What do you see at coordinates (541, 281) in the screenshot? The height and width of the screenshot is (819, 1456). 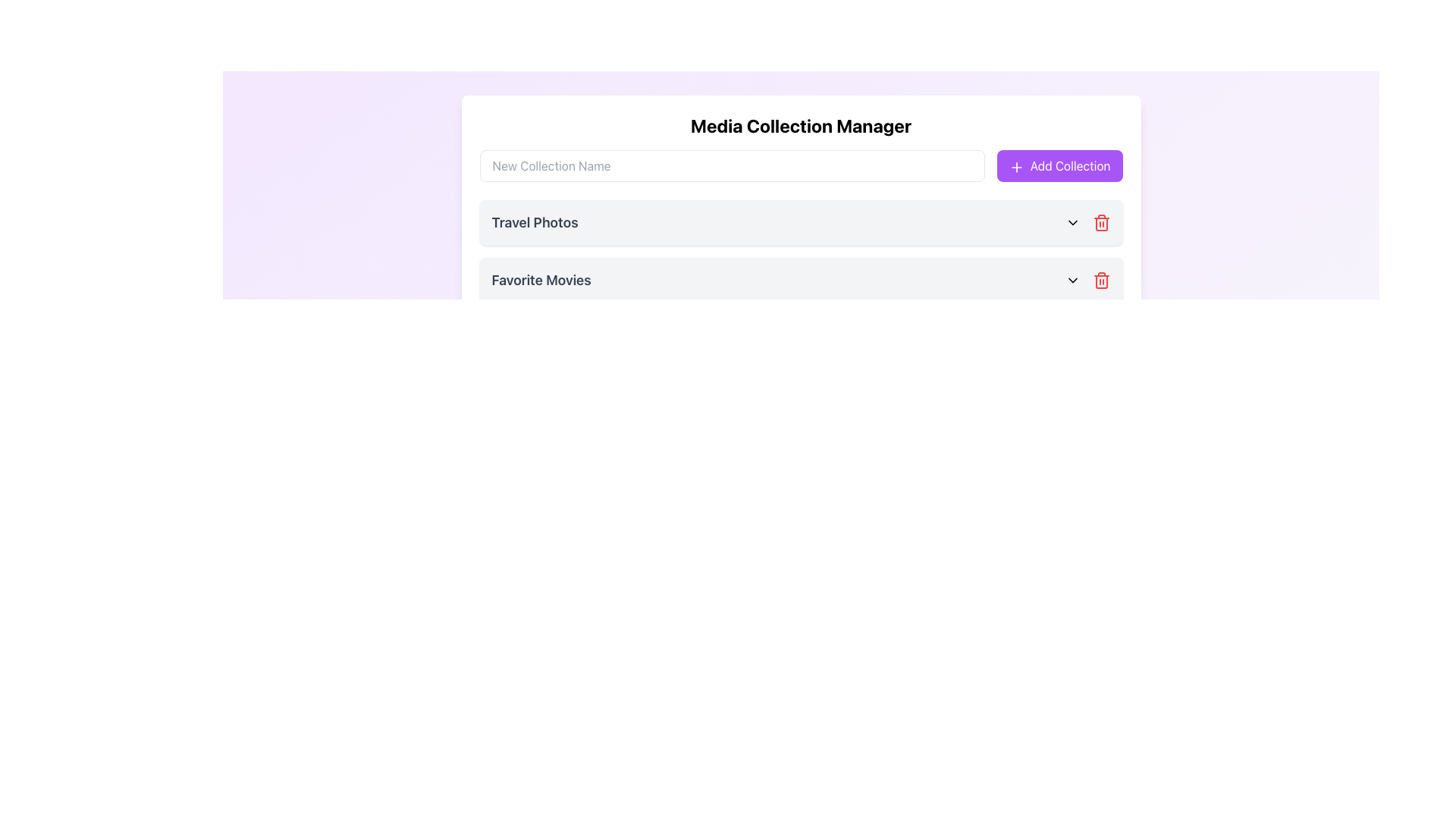 I see `to select the text of the 'Favorite Movies' label, which is styled with a larger font size and medium weight, located under the 'Travel Photos' entry` at bounding box center [541, 281].